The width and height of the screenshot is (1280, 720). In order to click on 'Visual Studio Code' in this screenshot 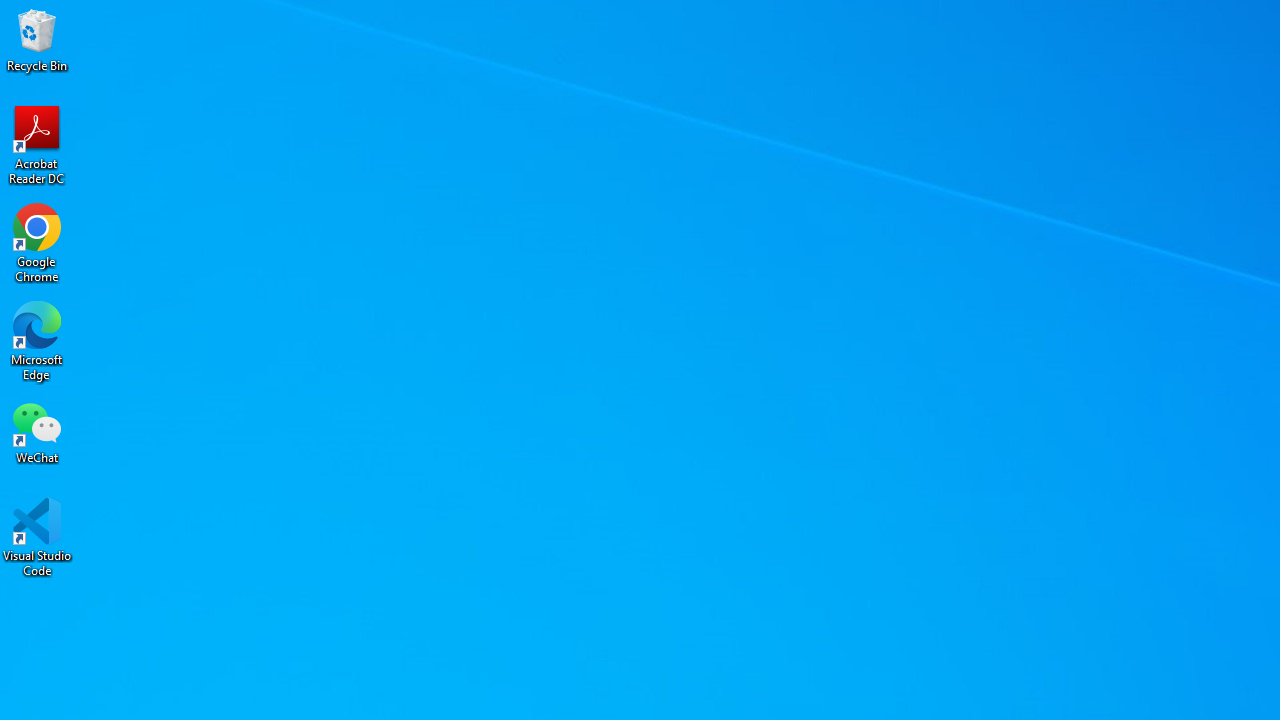, I will do `click(37, 536)`.